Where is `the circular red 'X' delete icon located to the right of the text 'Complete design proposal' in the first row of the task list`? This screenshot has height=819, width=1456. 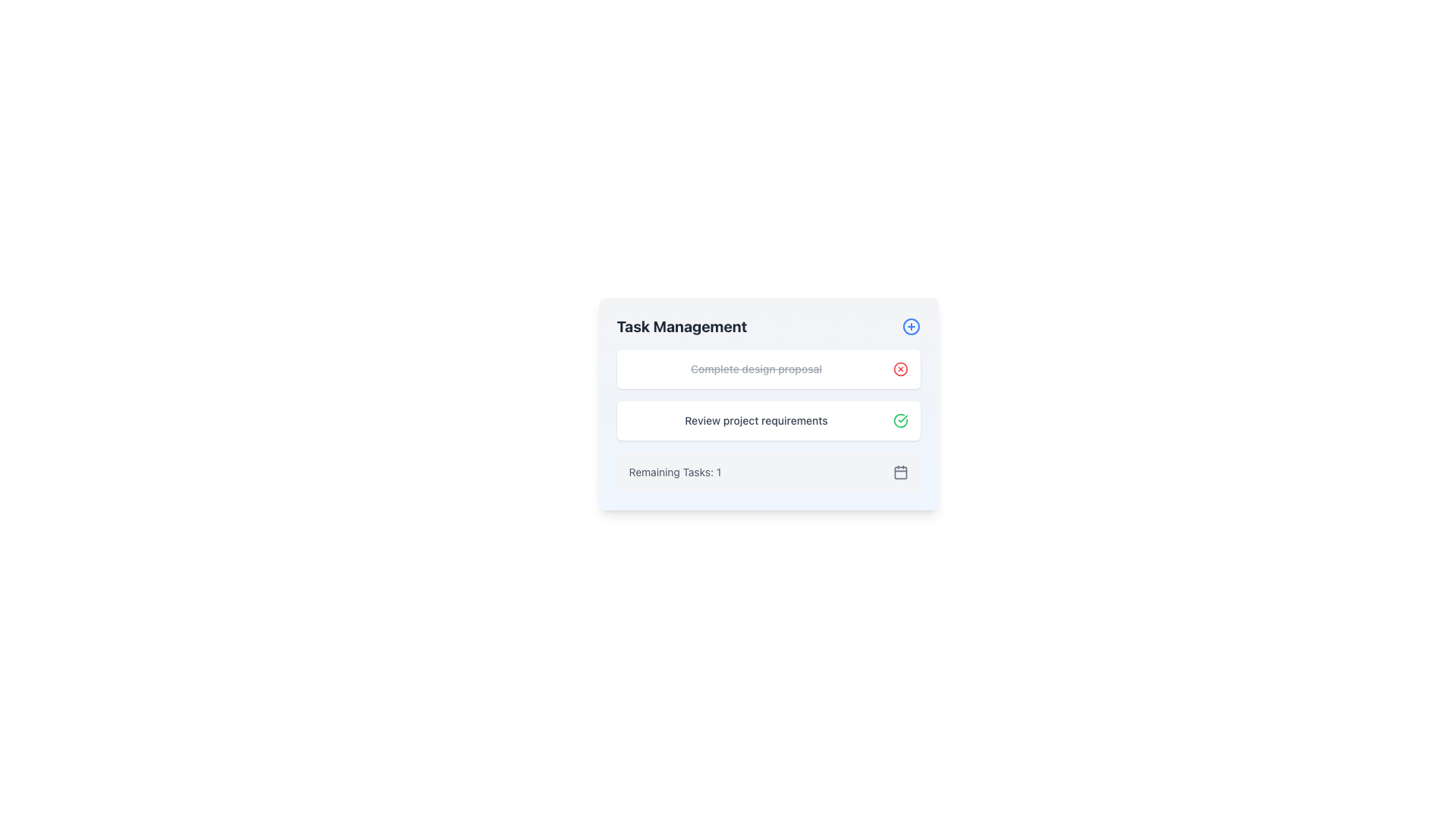
the circular red 'X' delete icon located to the right of the text 'Complete design proposal' in the first row of the task list is located at coordinates (900, 369).